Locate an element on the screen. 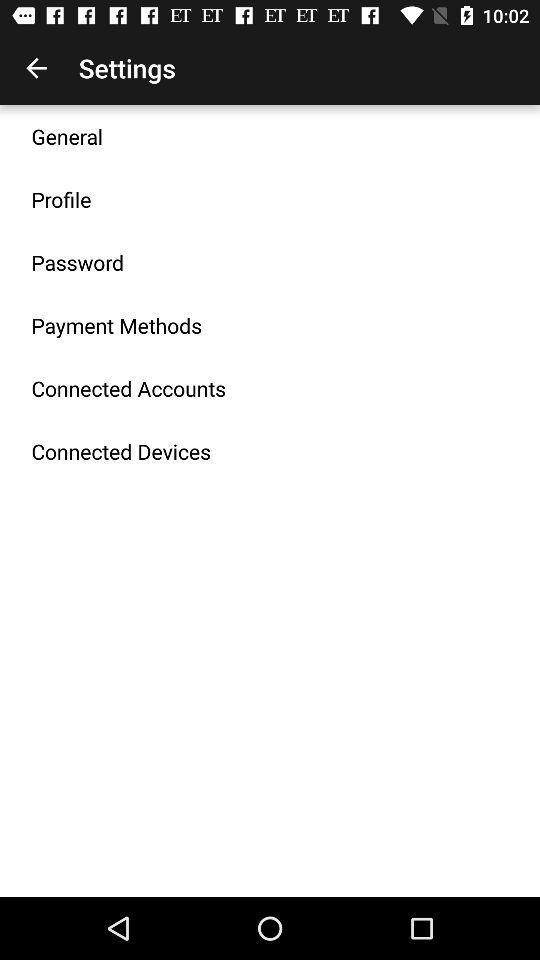 This screenshot has height=960, width=540. item above payment methods is located at coordinates (76, 261).